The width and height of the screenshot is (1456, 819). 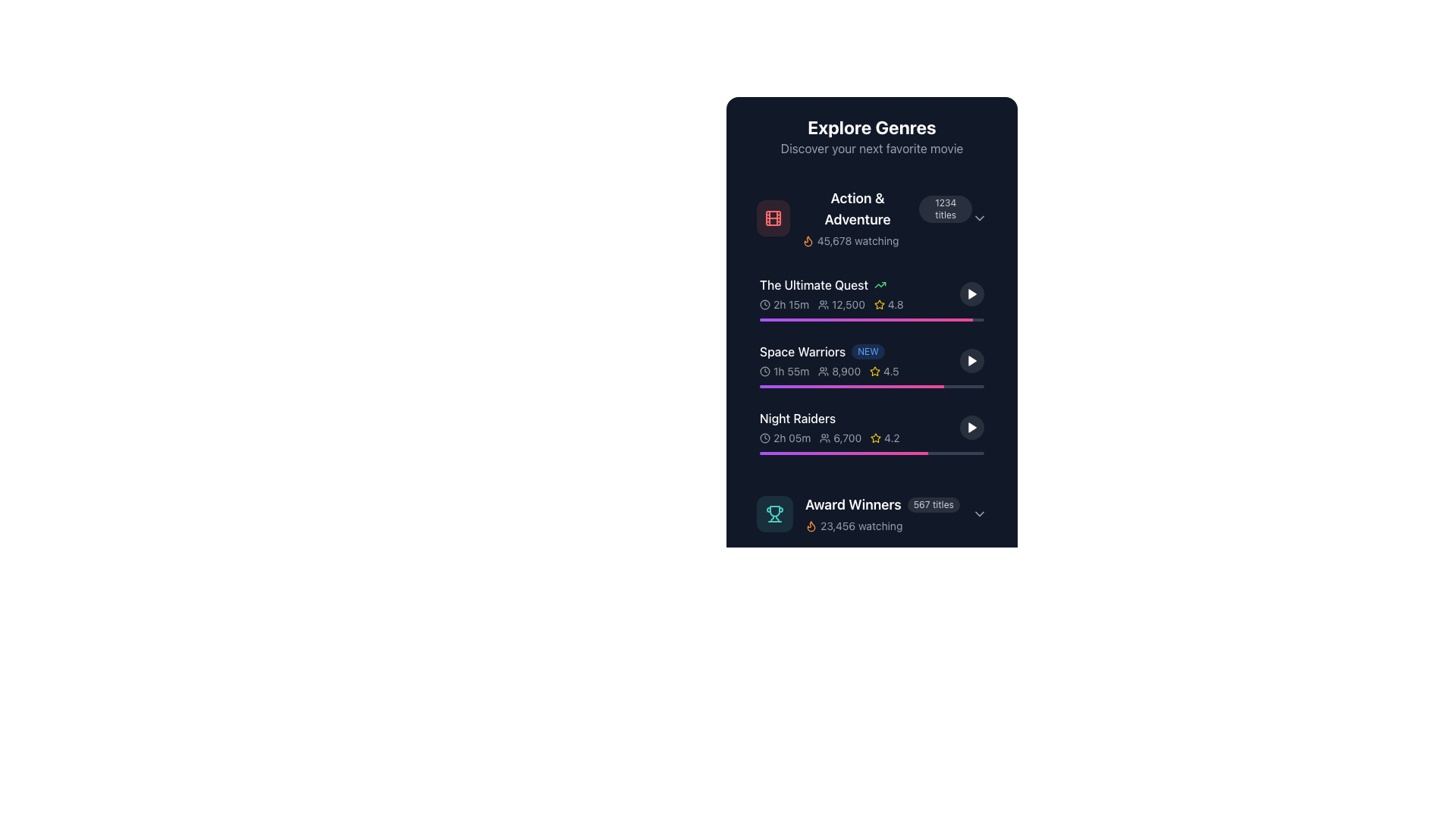 I want to click on the 'Action & Adventure' icon button, which represents the genre and is positioned to the left of the text 'Action & Adventure', so click(x=772, y=218).